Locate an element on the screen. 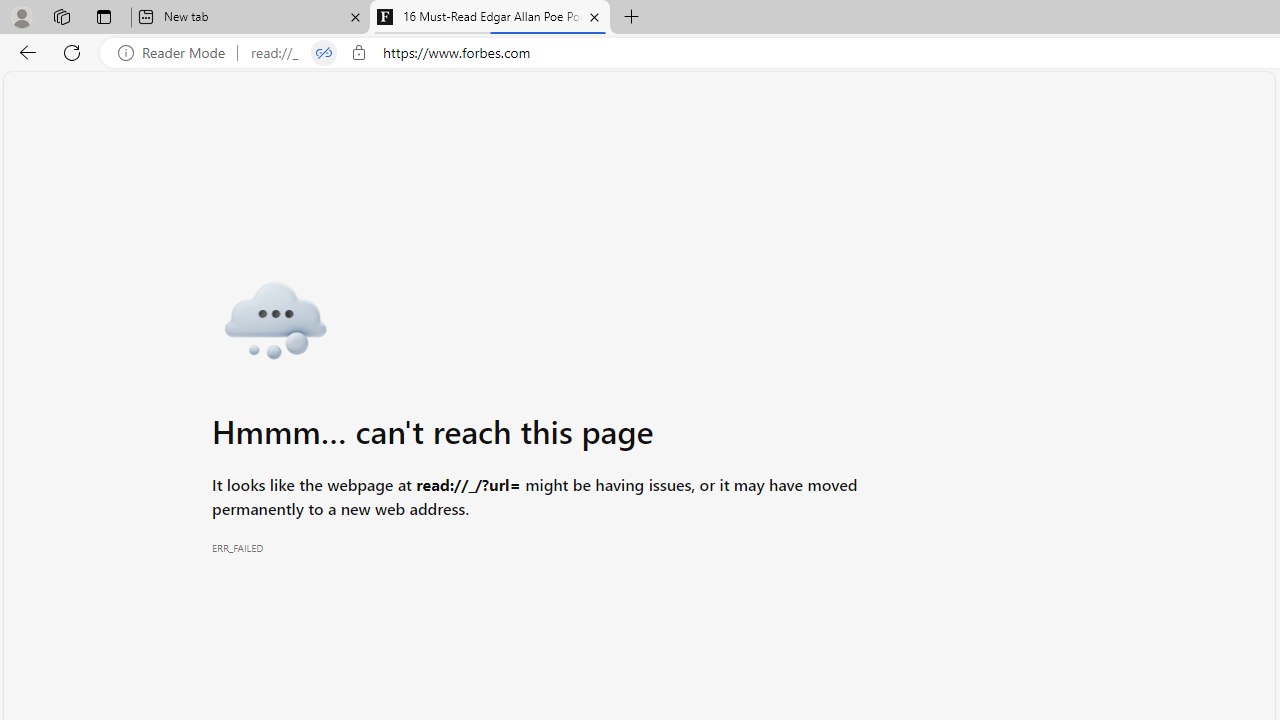  'Tabs in split screen' is located at coordinates (323, 52).